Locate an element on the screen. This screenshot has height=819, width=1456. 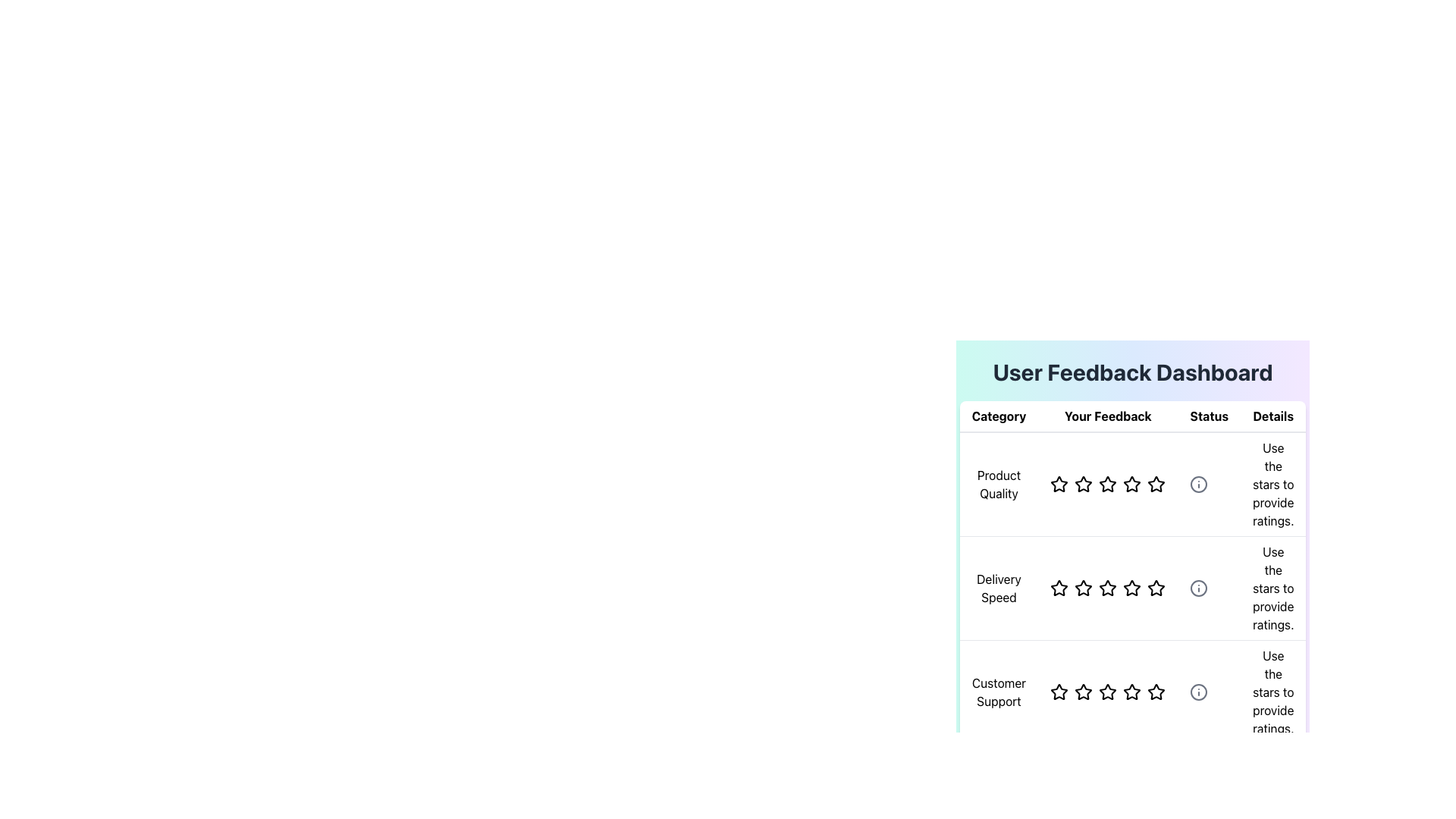
the first star in the rating system under the 'Your Feedback' column for 'Product Quality' is located at coordinates (1059, 484).